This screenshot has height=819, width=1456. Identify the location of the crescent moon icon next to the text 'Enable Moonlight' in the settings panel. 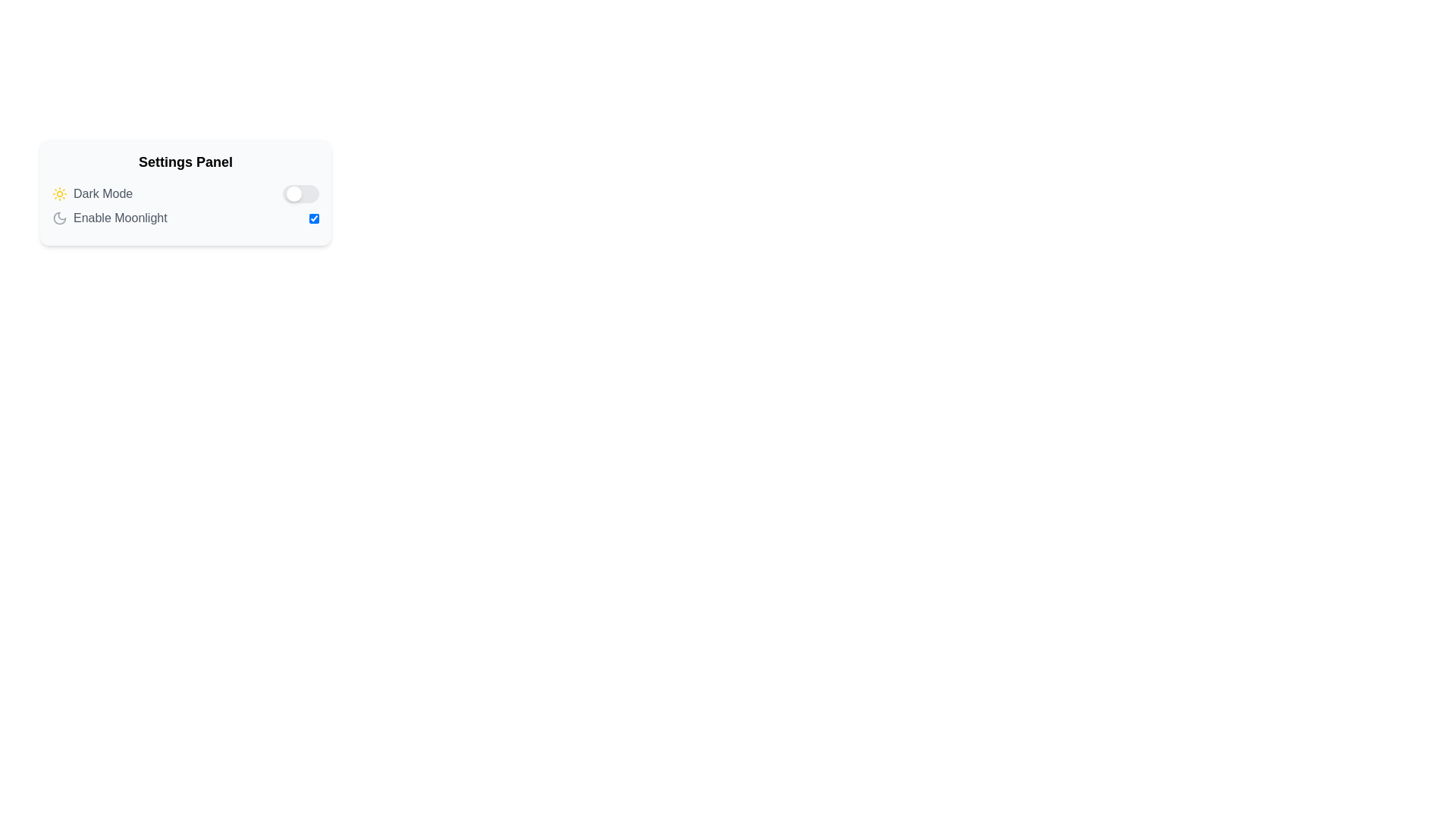
(59, 218).